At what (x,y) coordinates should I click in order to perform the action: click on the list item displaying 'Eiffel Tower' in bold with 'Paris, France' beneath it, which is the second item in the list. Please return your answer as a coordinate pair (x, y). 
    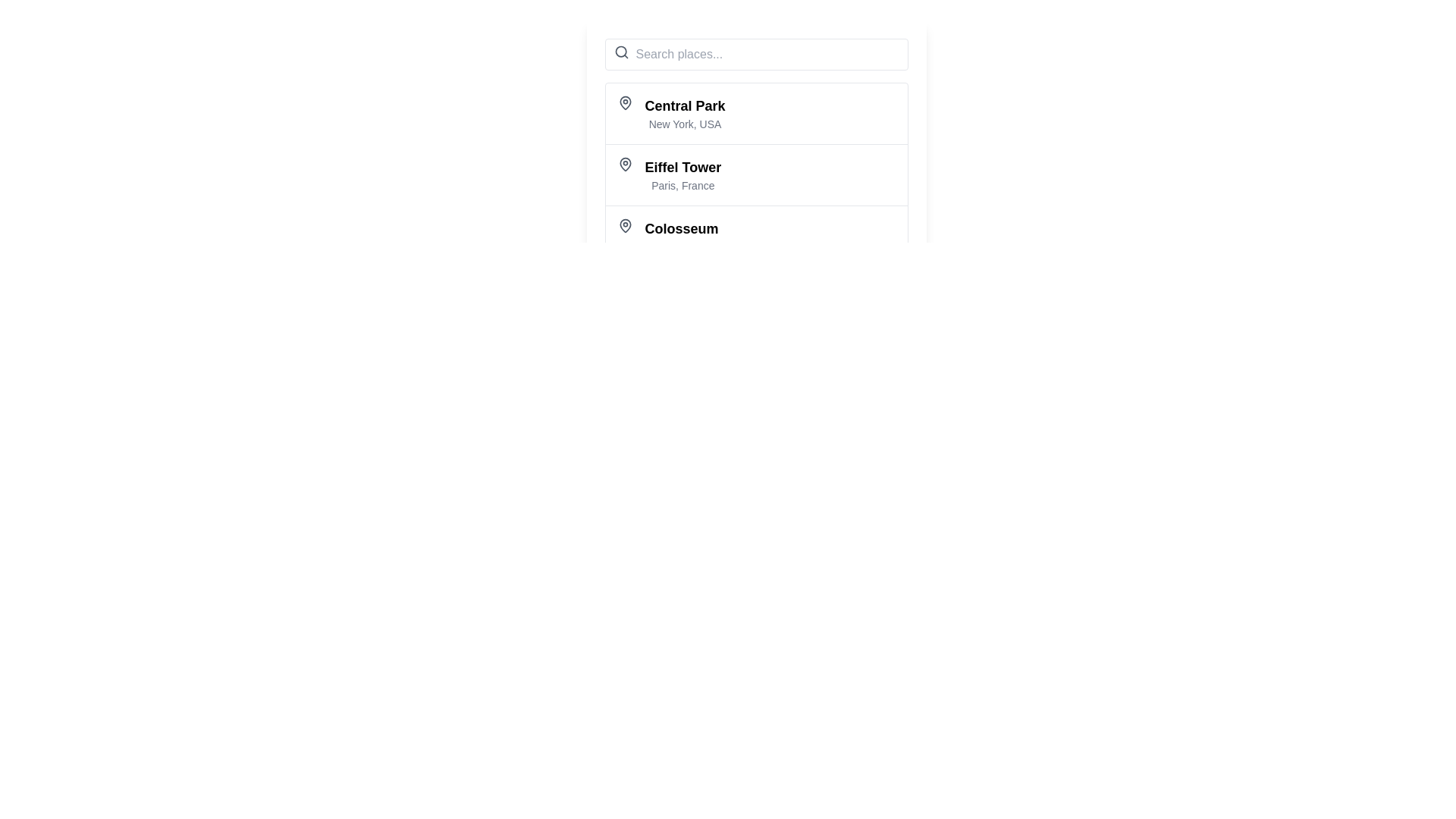
    Looking at the image, I should click on (756, 152).